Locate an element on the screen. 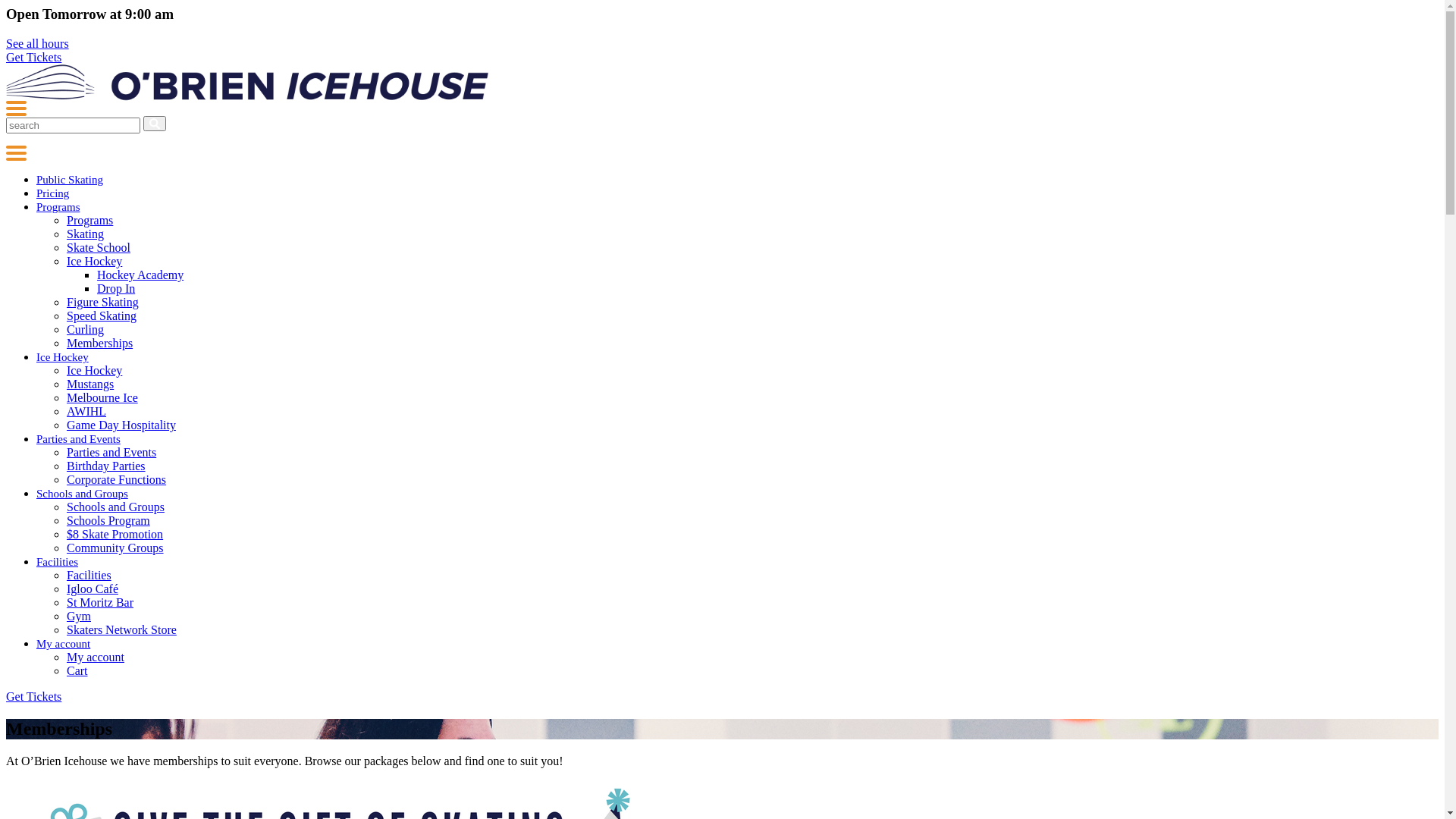 This screenshot has height=819, width=1456. 'Gym' is located at coordinates (65, 616).